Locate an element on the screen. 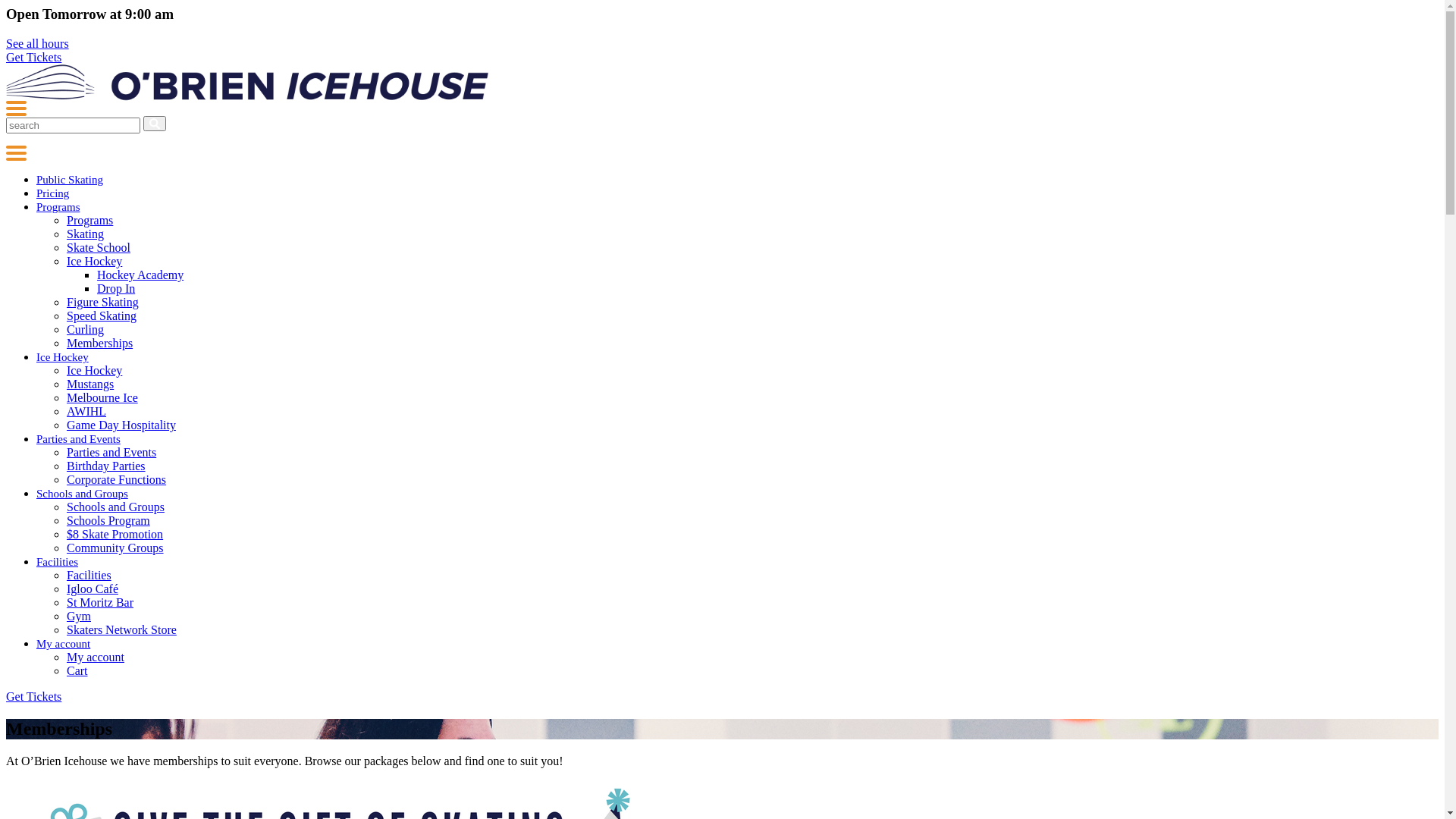 This screenshot has height=819, width=1456. 'Gym' is located at coordinates (65, 616).